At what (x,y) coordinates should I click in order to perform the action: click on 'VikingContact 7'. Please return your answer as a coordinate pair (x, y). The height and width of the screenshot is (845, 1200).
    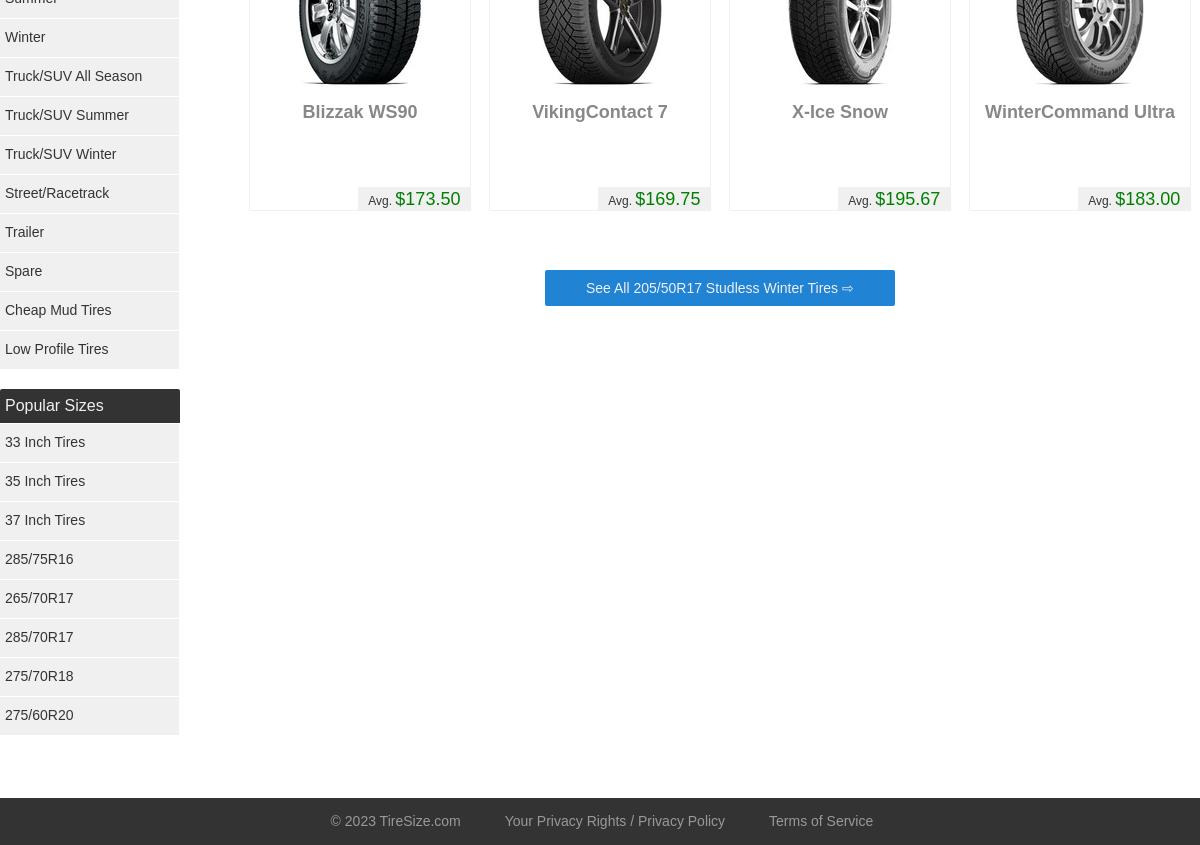
    Looking at the image, I should click on (598, 111).